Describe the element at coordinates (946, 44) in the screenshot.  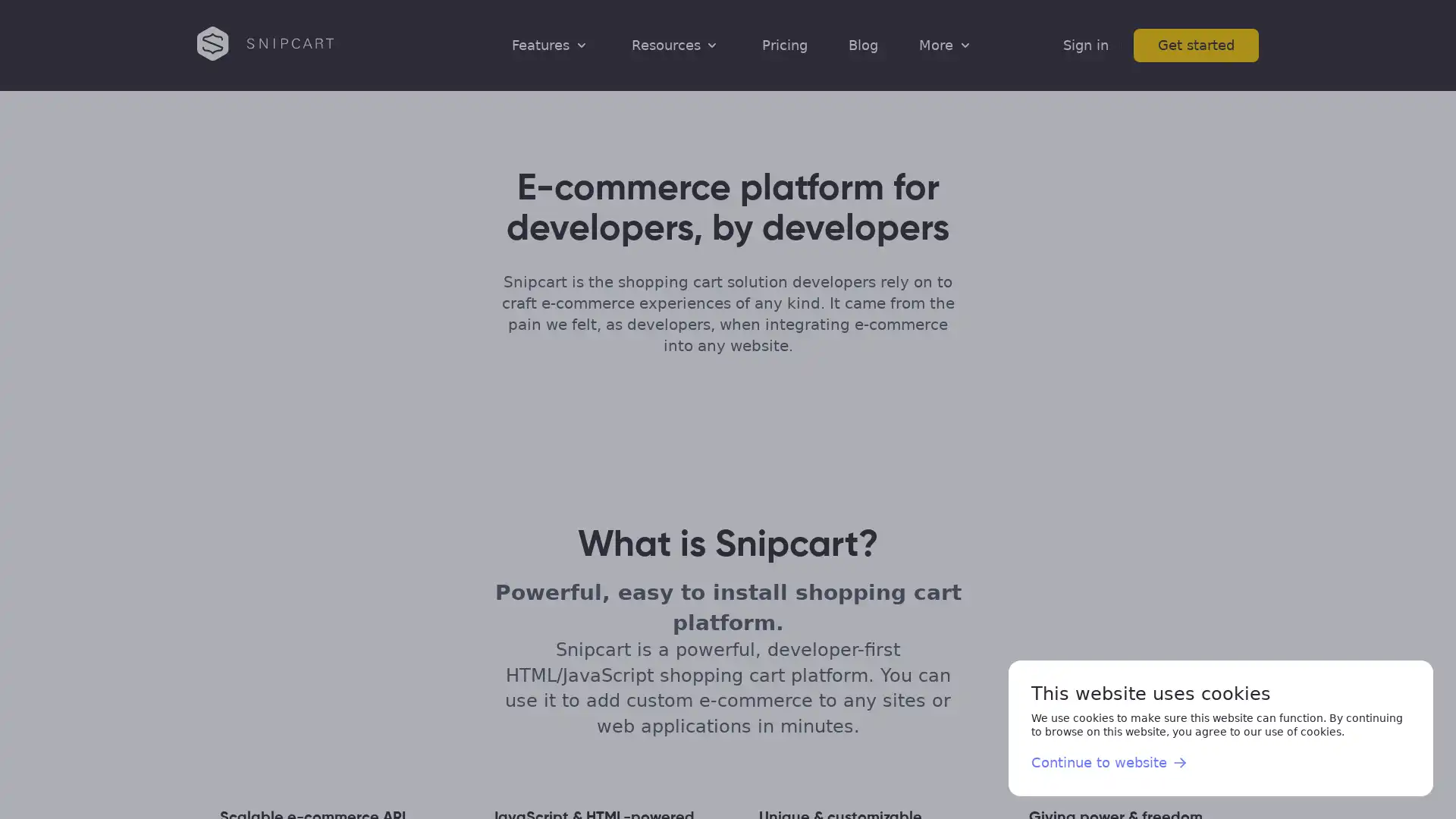
I see `More` at that location.